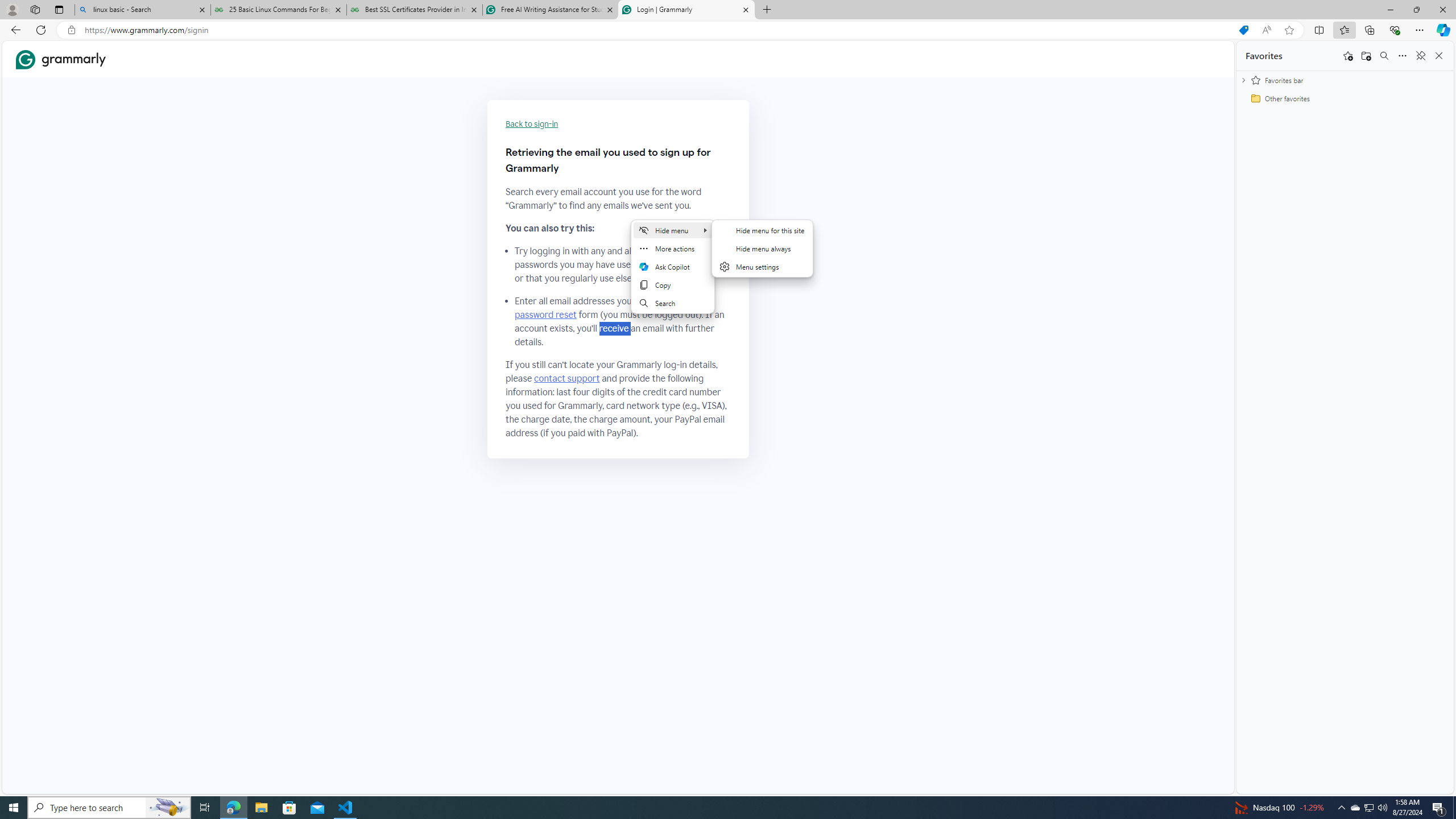  What do you see at coordinates (1384, 55) in the screenshot?
I see `'Search favorites'` at bounding box center [1384, 55].